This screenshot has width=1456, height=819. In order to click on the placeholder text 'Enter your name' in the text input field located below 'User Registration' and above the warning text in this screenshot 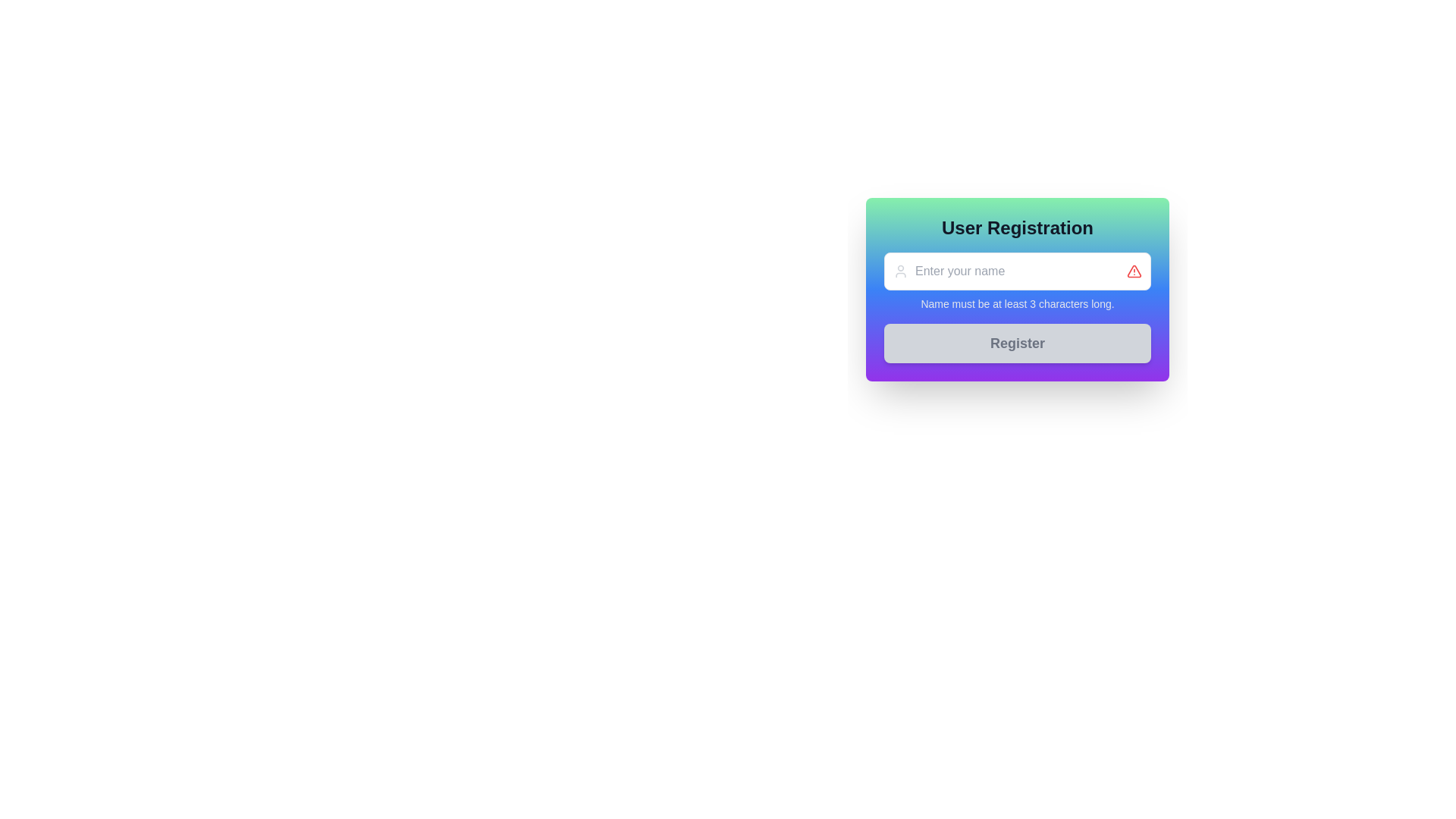, I will do `click(1018, 271)`.